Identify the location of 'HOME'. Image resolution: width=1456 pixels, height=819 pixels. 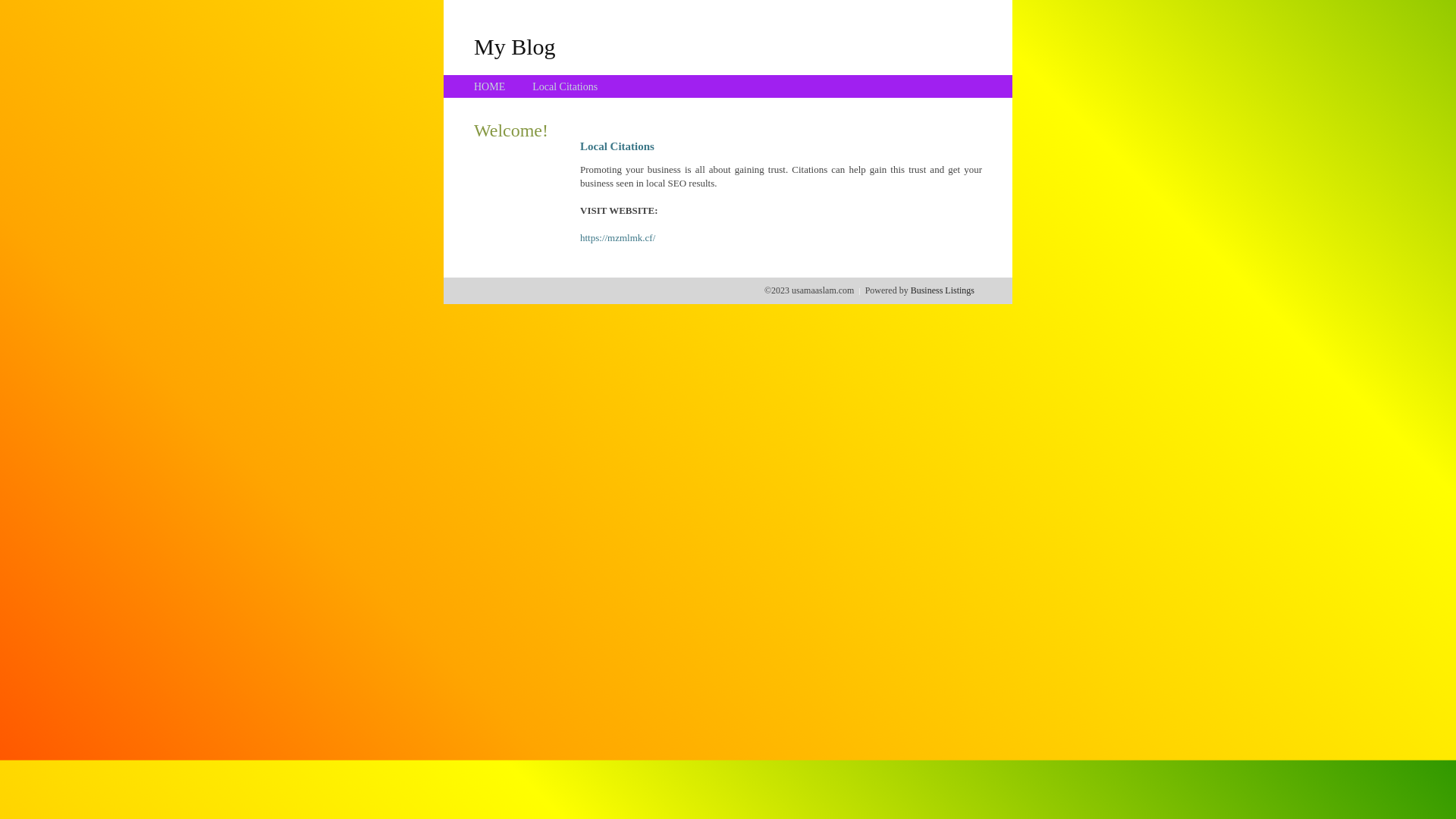
(489, 86).